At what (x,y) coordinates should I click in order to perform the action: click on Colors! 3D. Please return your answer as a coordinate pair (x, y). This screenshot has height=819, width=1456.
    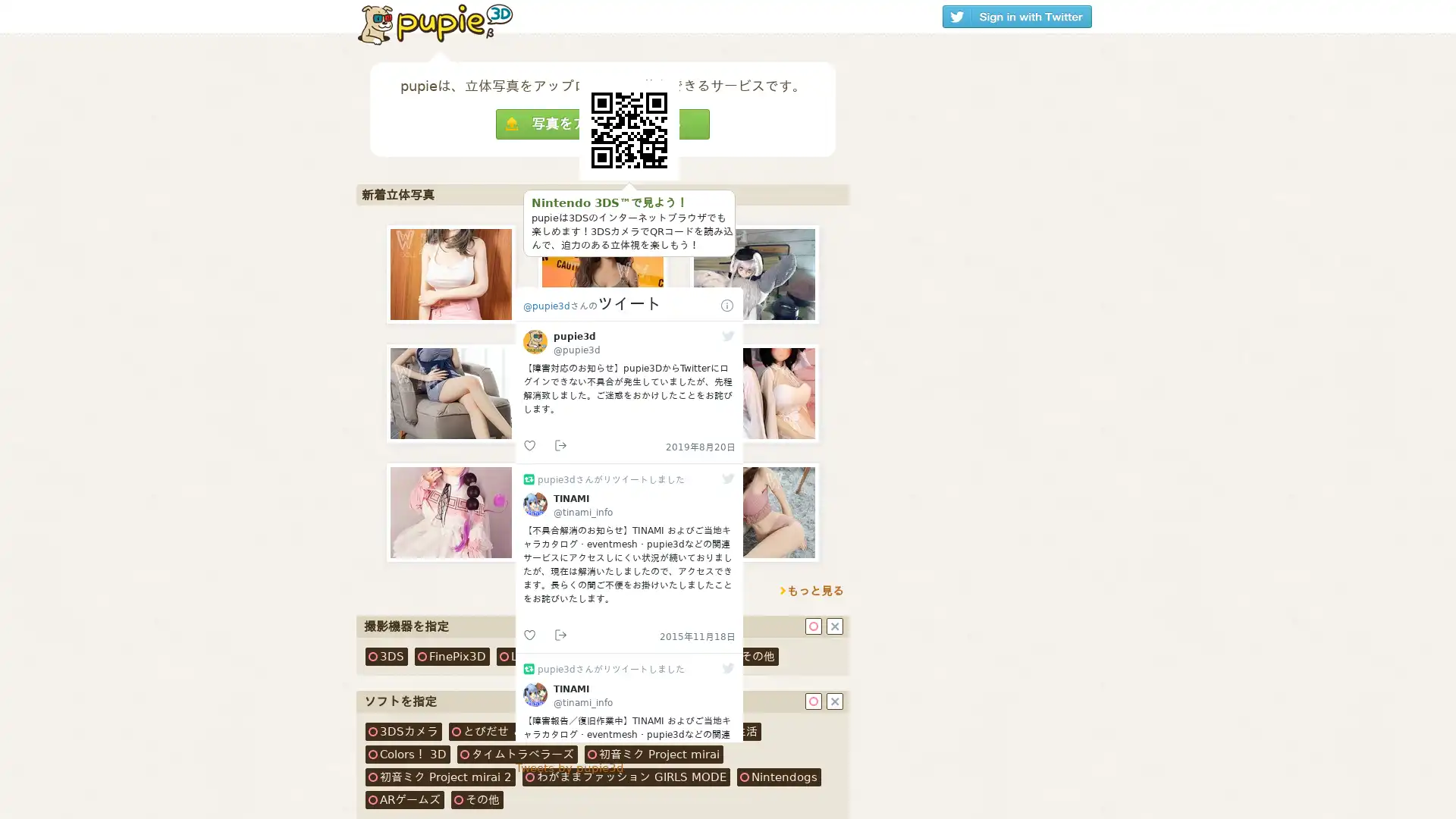
    Looking at the image, I should click on (407, 755).